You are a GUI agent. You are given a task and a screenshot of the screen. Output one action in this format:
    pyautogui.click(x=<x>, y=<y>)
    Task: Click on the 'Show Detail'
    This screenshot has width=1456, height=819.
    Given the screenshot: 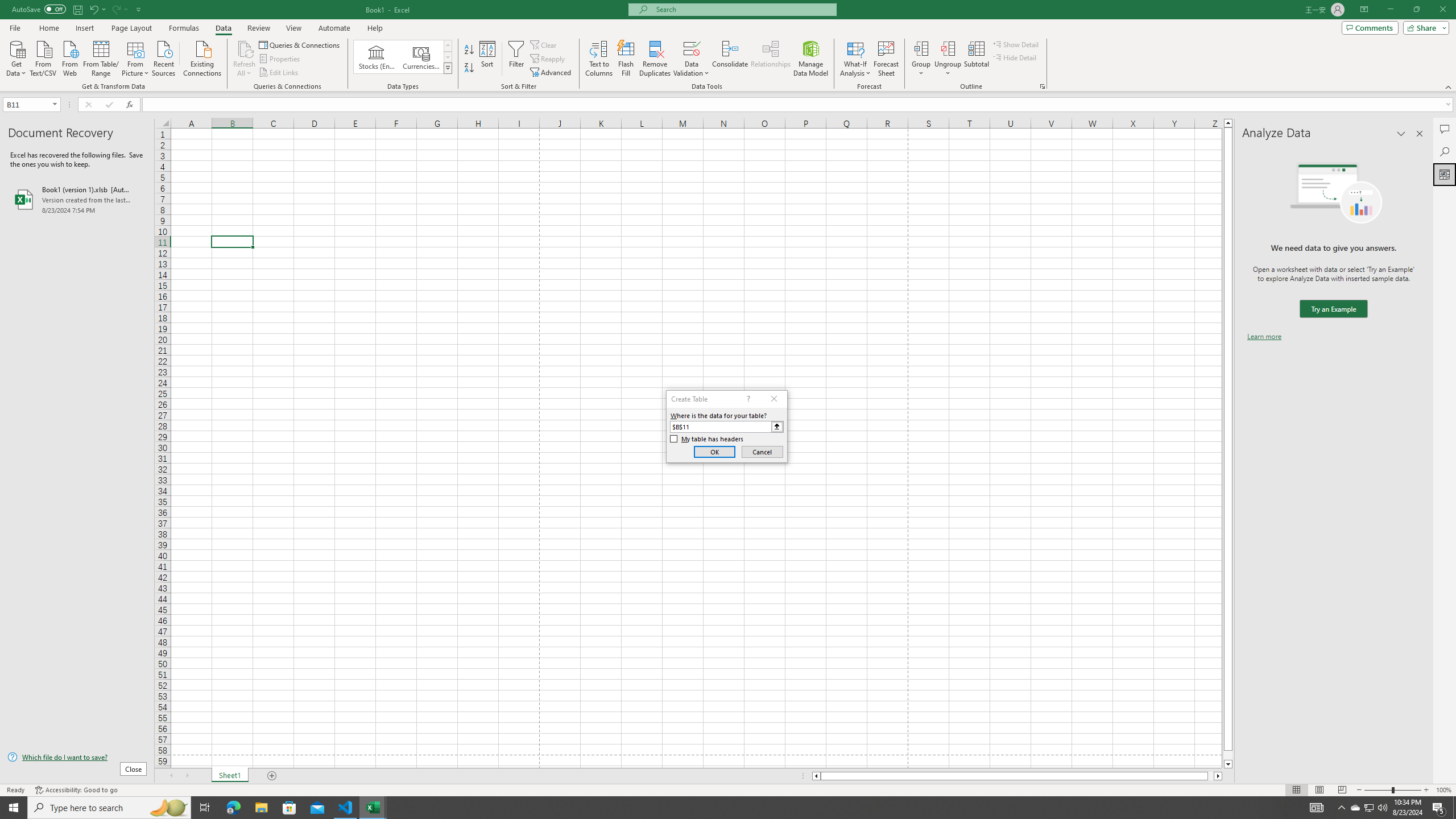 What is the action you would take?
    pyautogui.click(x=1015, y=44)
    